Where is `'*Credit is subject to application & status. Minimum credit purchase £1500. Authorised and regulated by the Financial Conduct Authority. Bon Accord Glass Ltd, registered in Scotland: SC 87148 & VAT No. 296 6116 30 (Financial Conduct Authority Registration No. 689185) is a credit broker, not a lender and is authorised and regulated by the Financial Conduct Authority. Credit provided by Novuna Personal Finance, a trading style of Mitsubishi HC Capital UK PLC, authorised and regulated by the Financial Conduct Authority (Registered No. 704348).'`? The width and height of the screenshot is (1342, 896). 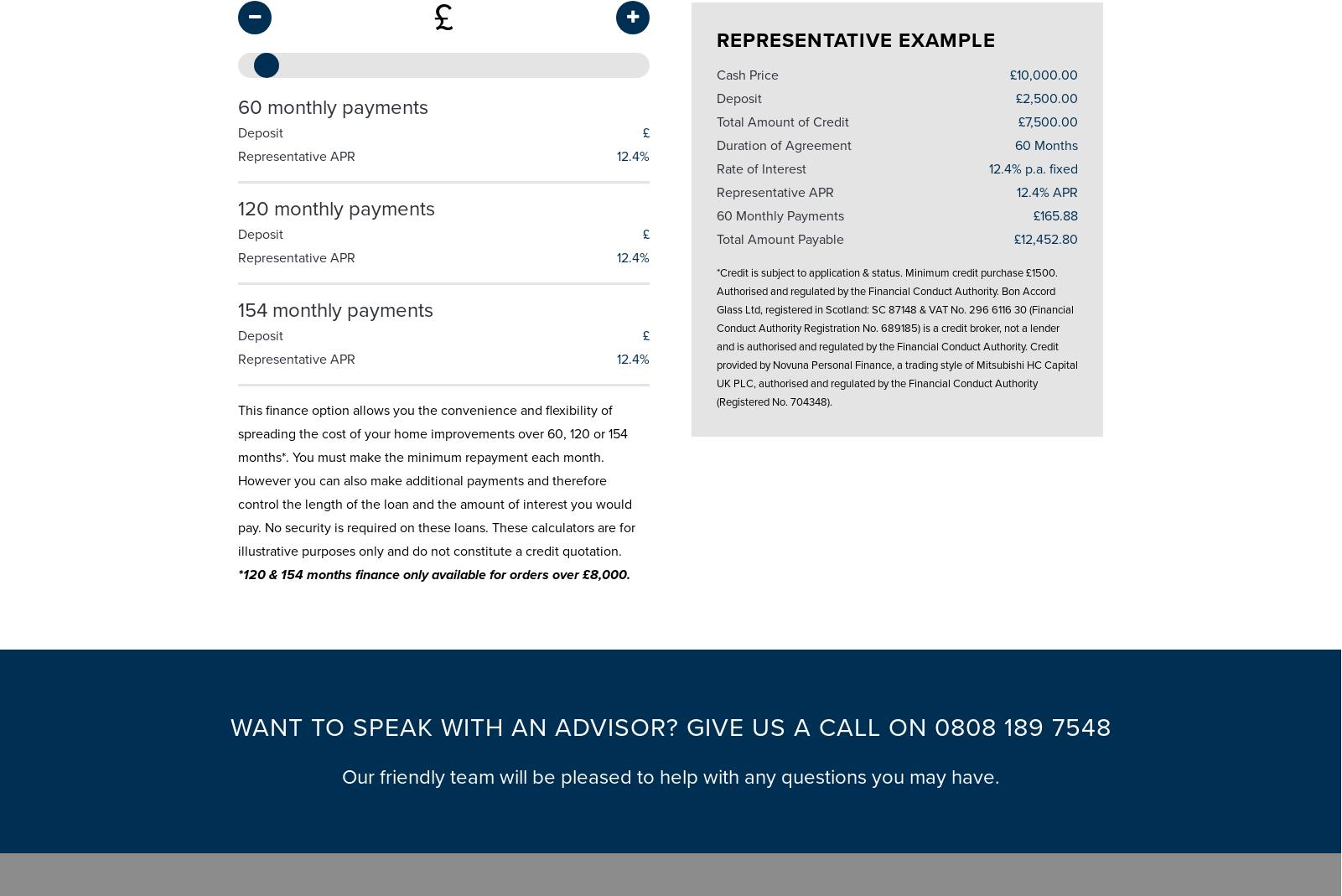
'*Credit is subject to application & status. Minimum credit purchase £1500. Authorised and regulated by the Financial Conduct Authority. Bon Accord Glass Ltd, registered in Scotland: SC 87148 & VAT No. 296 6116 30 (Financial Conduct Authority Registration No. 689185) is a credit broker, not a lender and is authorised and regulated by the Financial Conduct Authority. Credit provided by Novuna Personal Finance, a trading style of Mitsubishi HC Capital UK PLC, authorised and regulated by the Financial Conduct Authority (Registered No. 704348).' is located at coordinates (895, 330).